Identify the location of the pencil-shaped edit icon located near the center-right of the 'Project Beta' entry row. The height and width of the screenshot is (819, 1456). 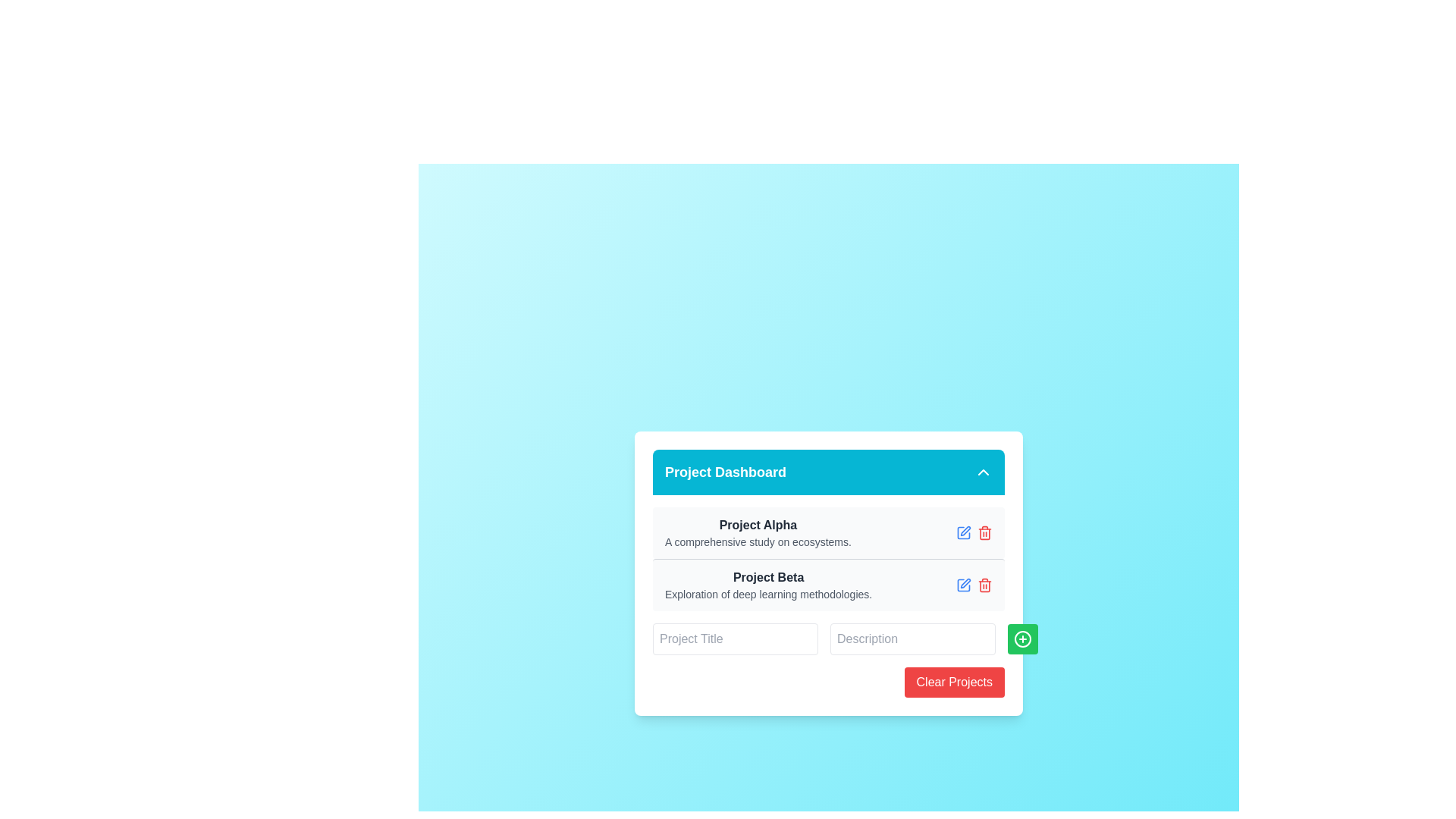
(965, 582).